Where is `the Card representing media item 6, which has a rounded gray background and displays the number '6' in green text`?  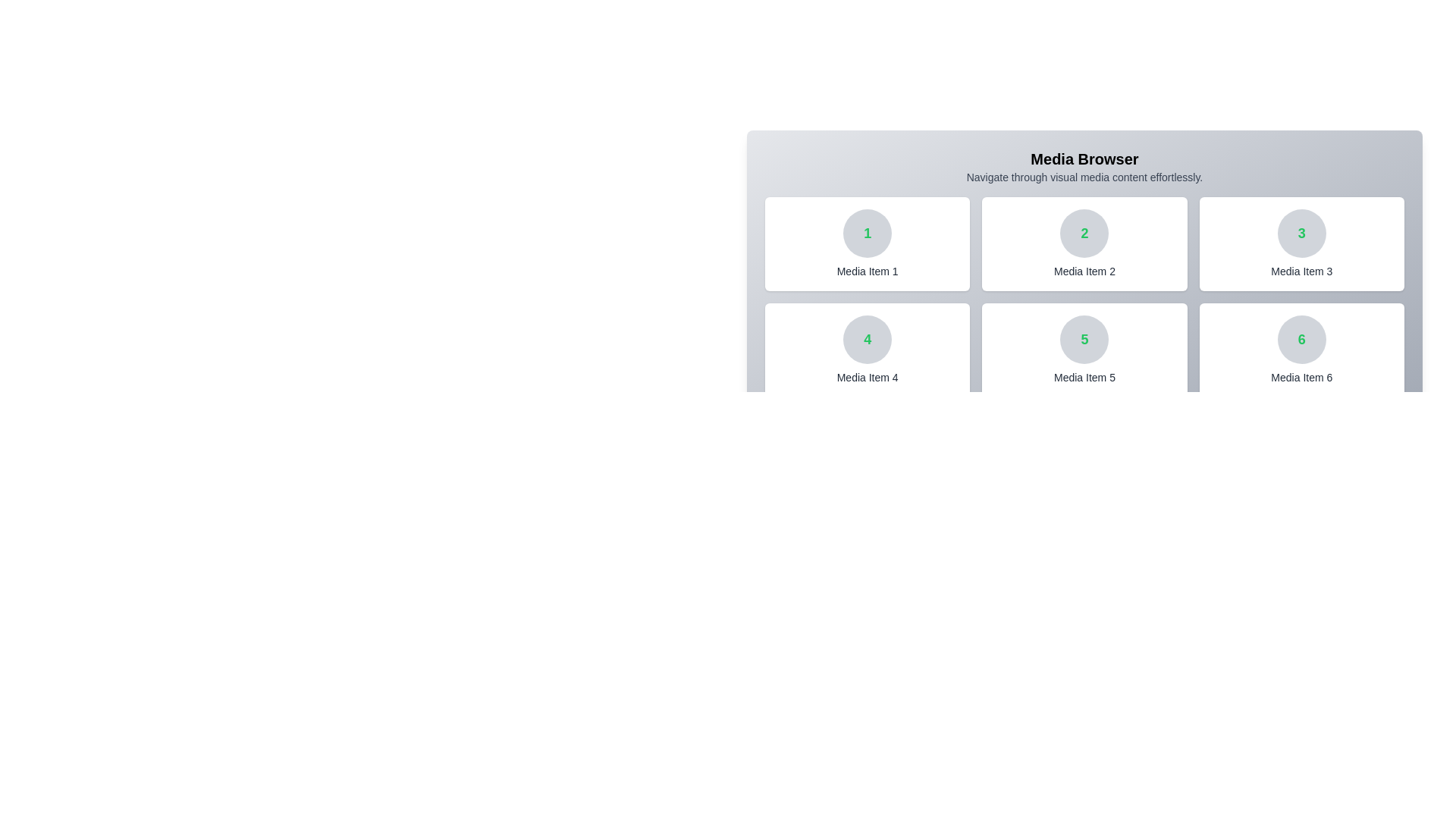 the Card representing media item 6, which has a rounded gray background and displays the number '6' in green text is located at coordinates (1301, 350).